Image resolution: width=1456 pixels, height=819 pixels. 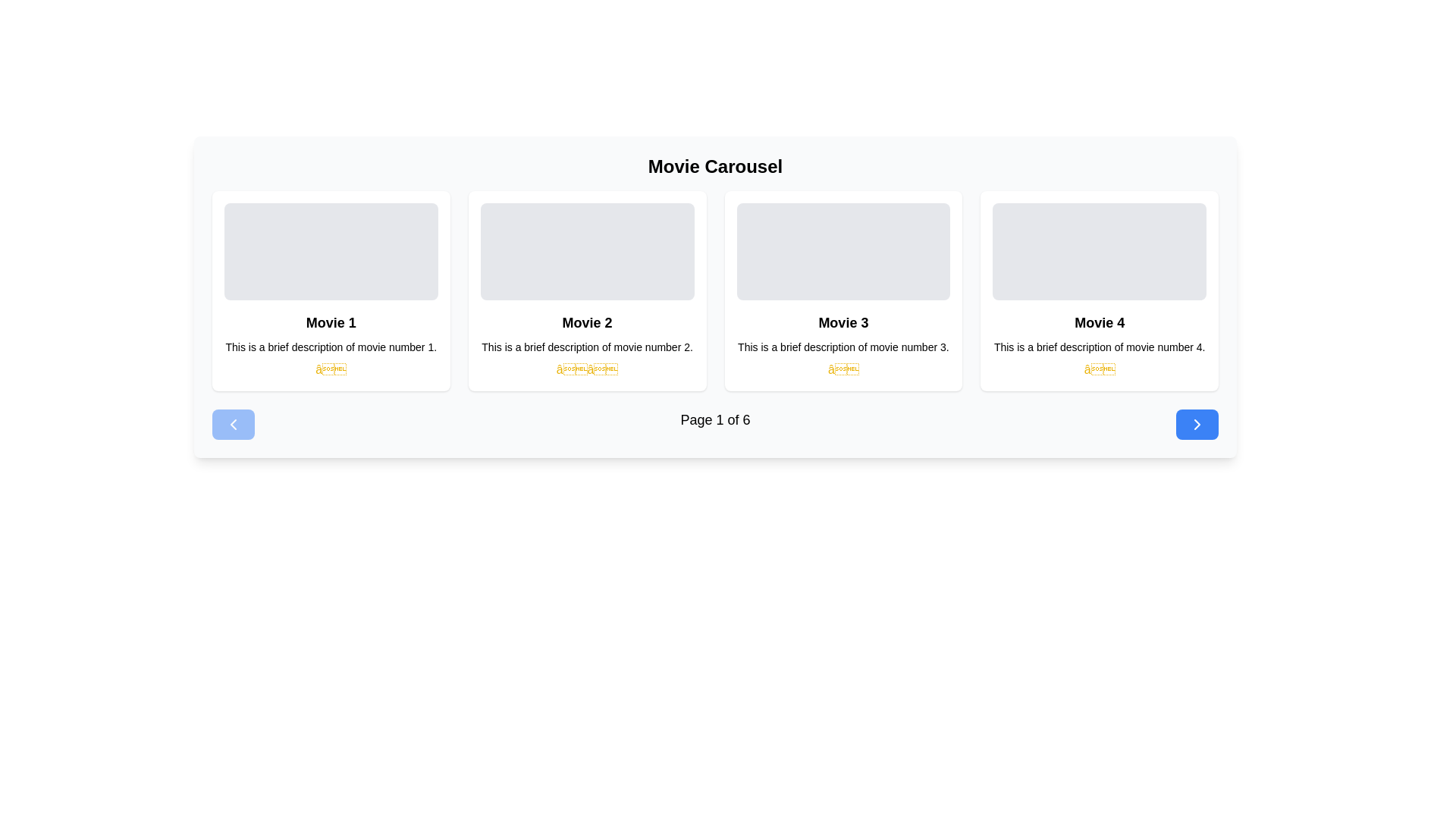 I want to click on the first informative card component displaying movie details, so click(x=330, y=291).